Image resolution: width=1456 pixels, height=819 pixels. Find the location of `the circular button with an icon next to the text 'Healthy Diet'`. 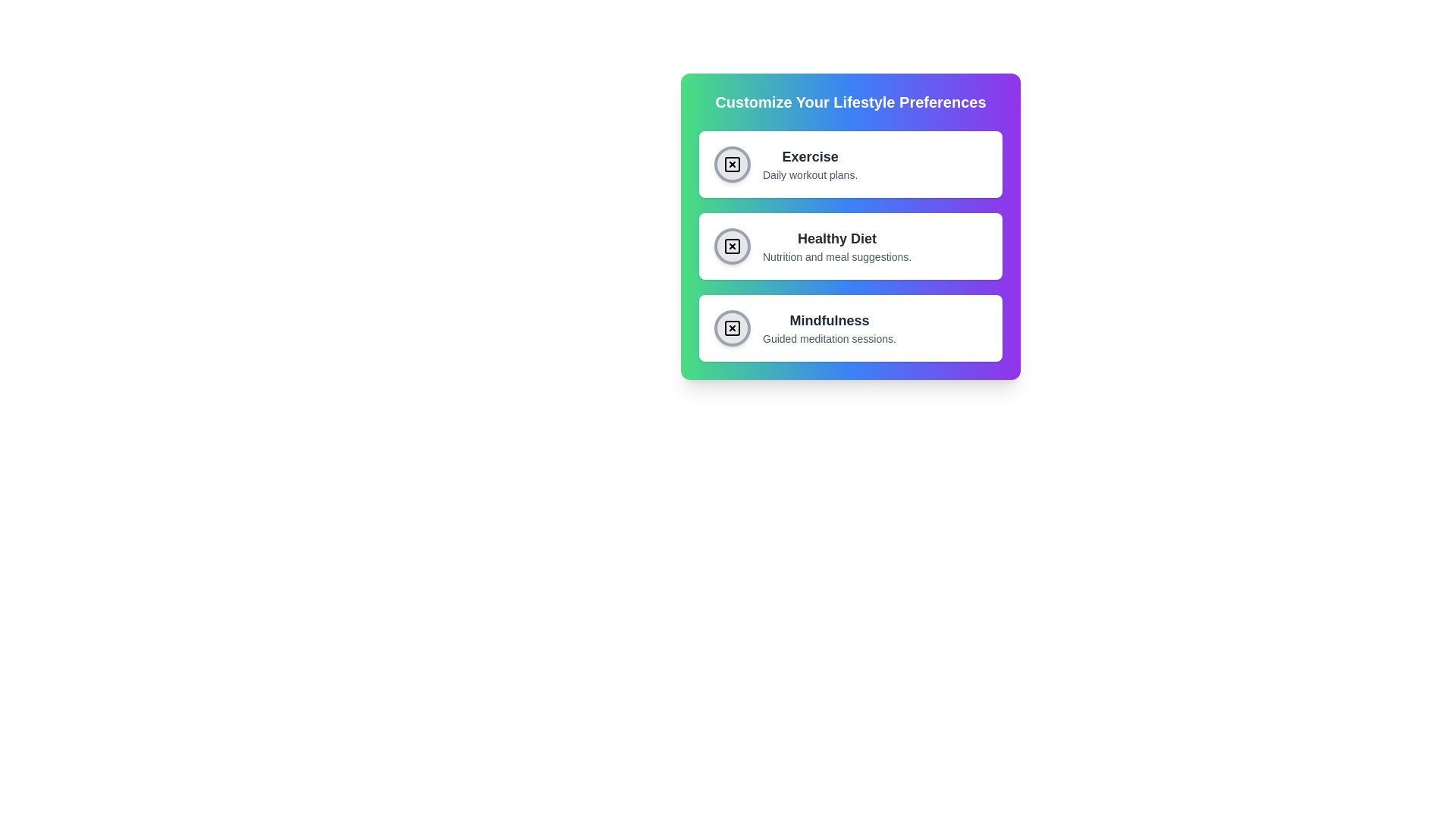

the circular button with an icon next to the text 'Healthy Diet' is located at coordinates (732, 245).